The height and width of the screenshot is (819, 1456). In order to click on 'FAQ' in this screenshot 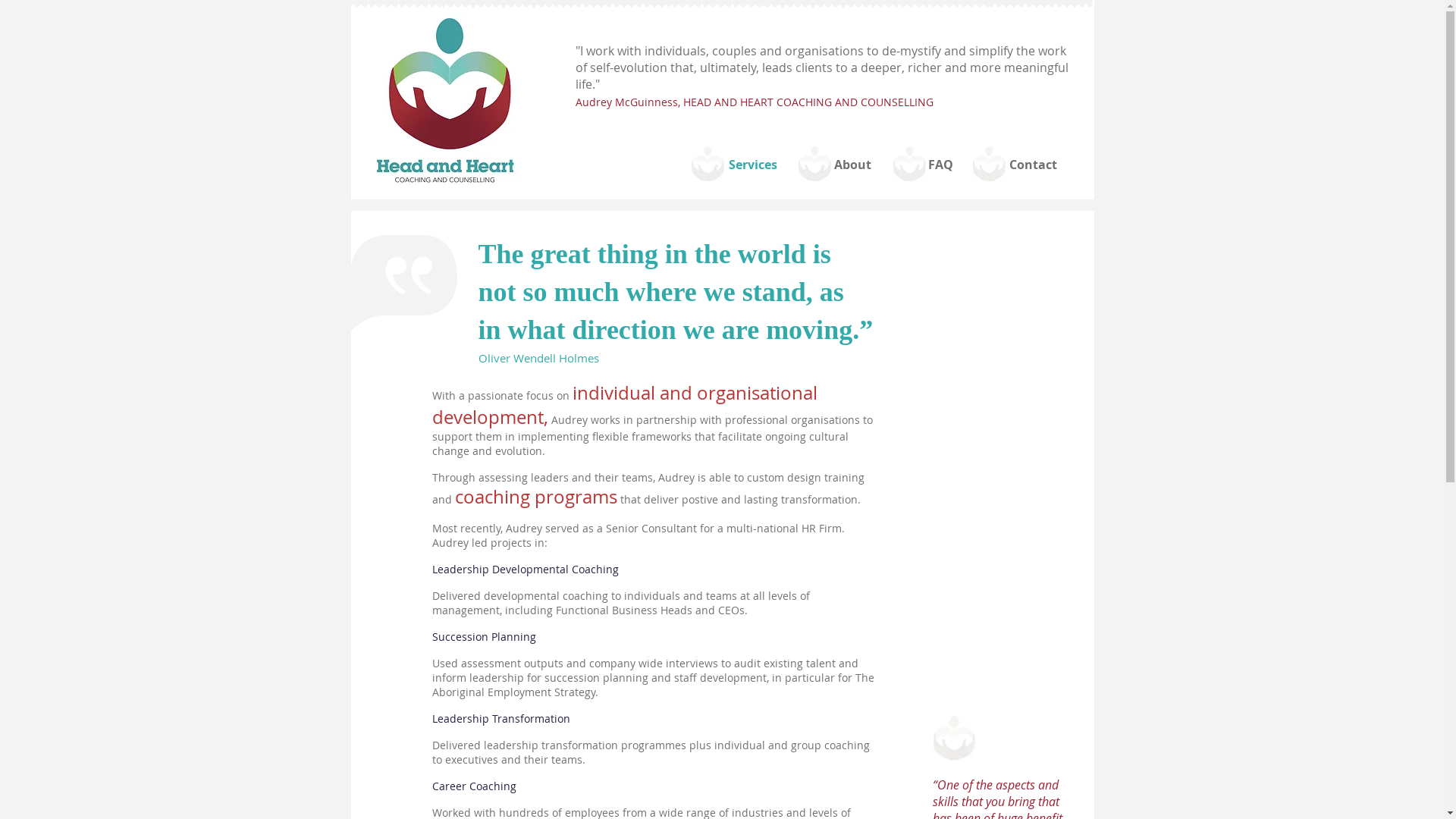, I will do `click(939, 165)`.